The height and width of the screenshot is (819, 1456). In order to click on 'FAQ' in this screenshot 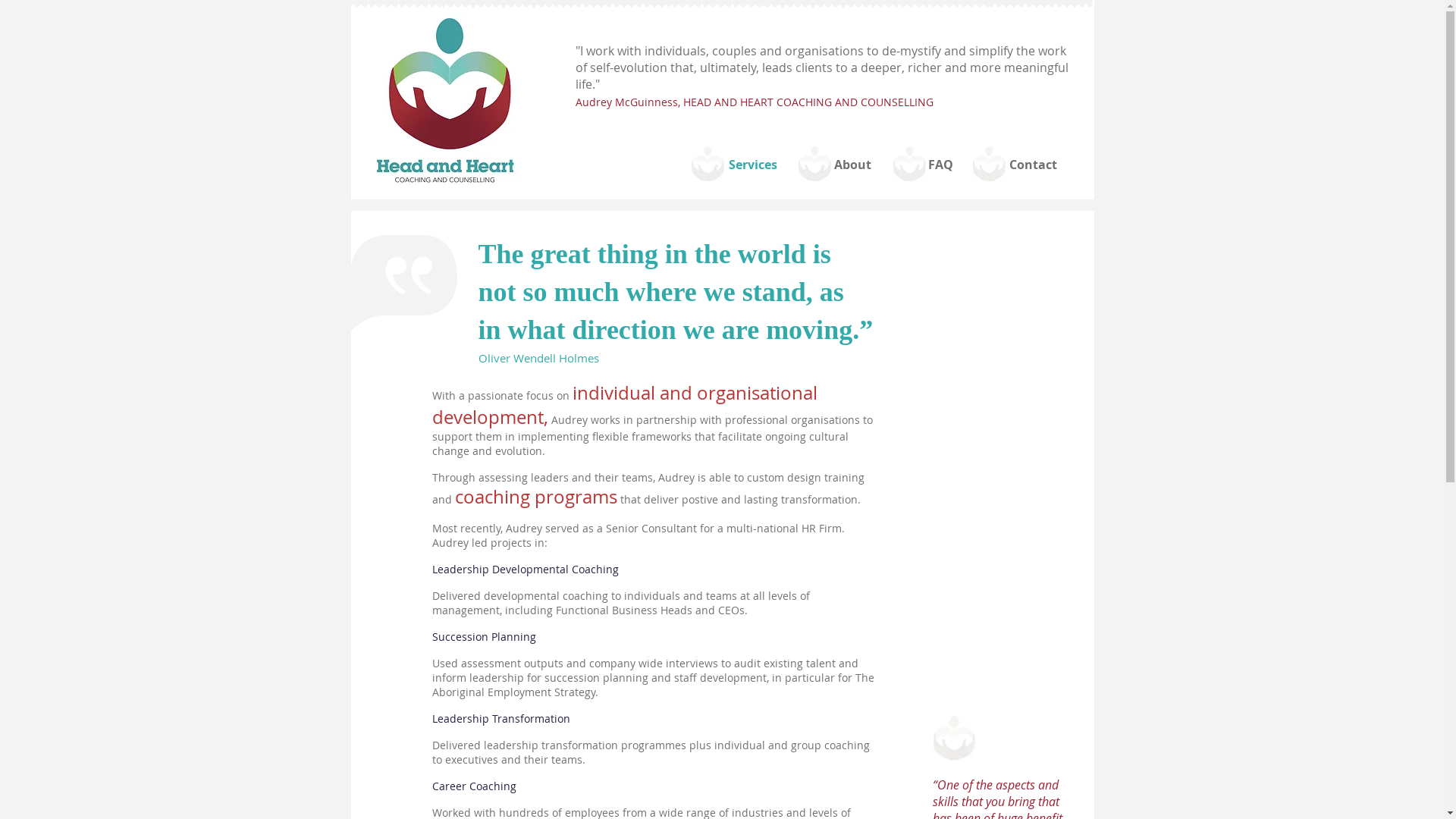, I will do `click(939, 165)`.